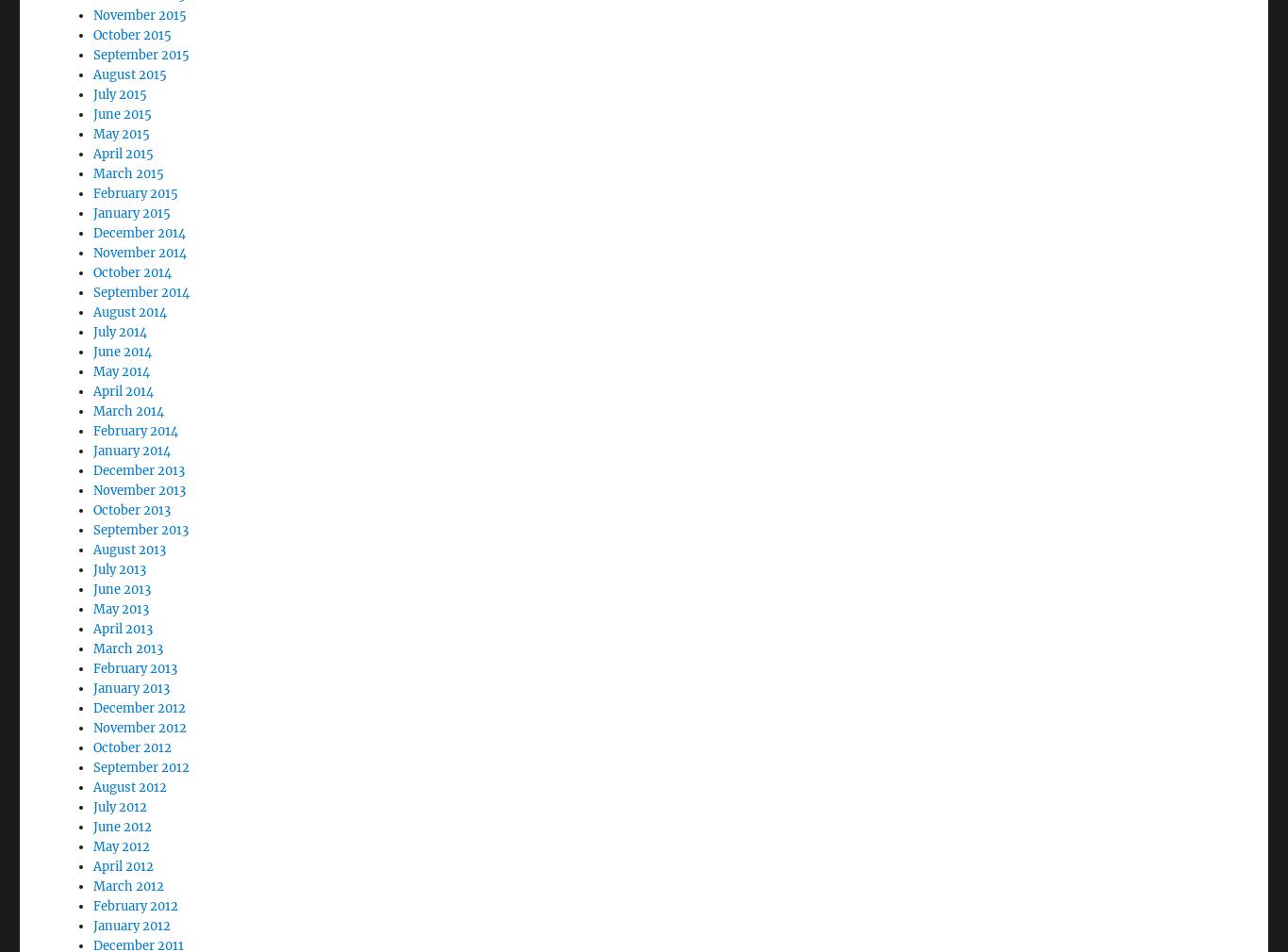  I want to click on 'February 2012', so click(93, 854).